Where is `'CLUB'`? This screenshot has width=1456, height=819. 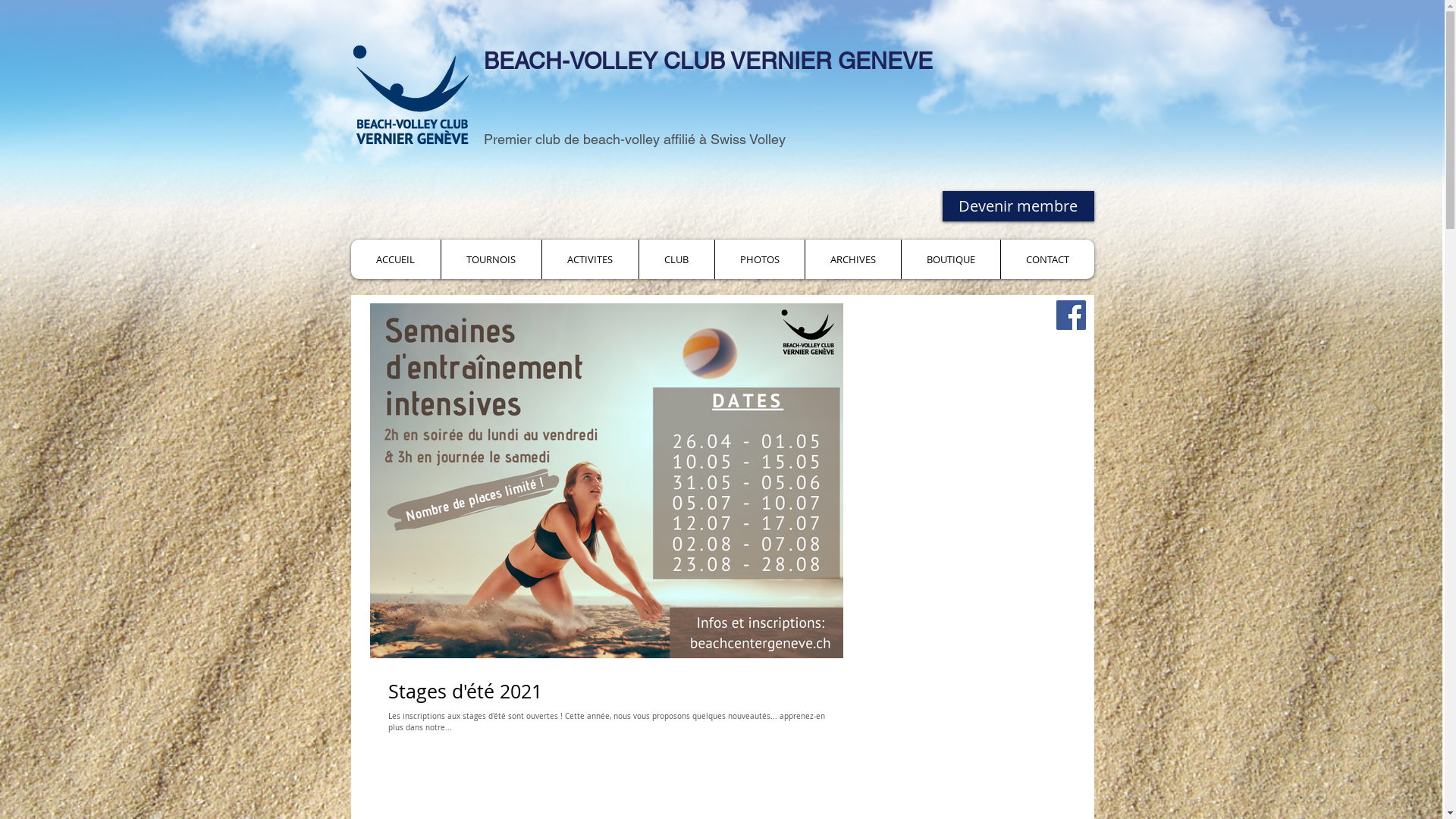 'CLUB' is located at coordinates (676, 259).